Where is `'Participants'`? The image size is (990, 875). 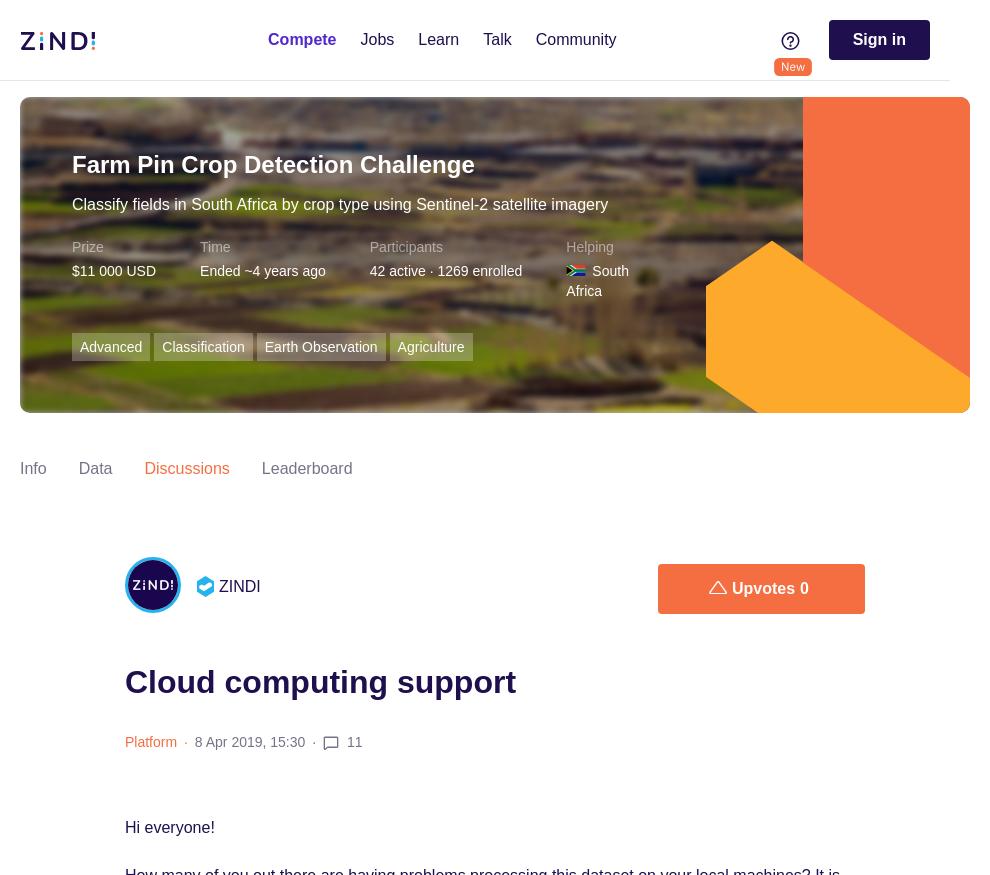
'Participants' is located at coordinates (404, 247).